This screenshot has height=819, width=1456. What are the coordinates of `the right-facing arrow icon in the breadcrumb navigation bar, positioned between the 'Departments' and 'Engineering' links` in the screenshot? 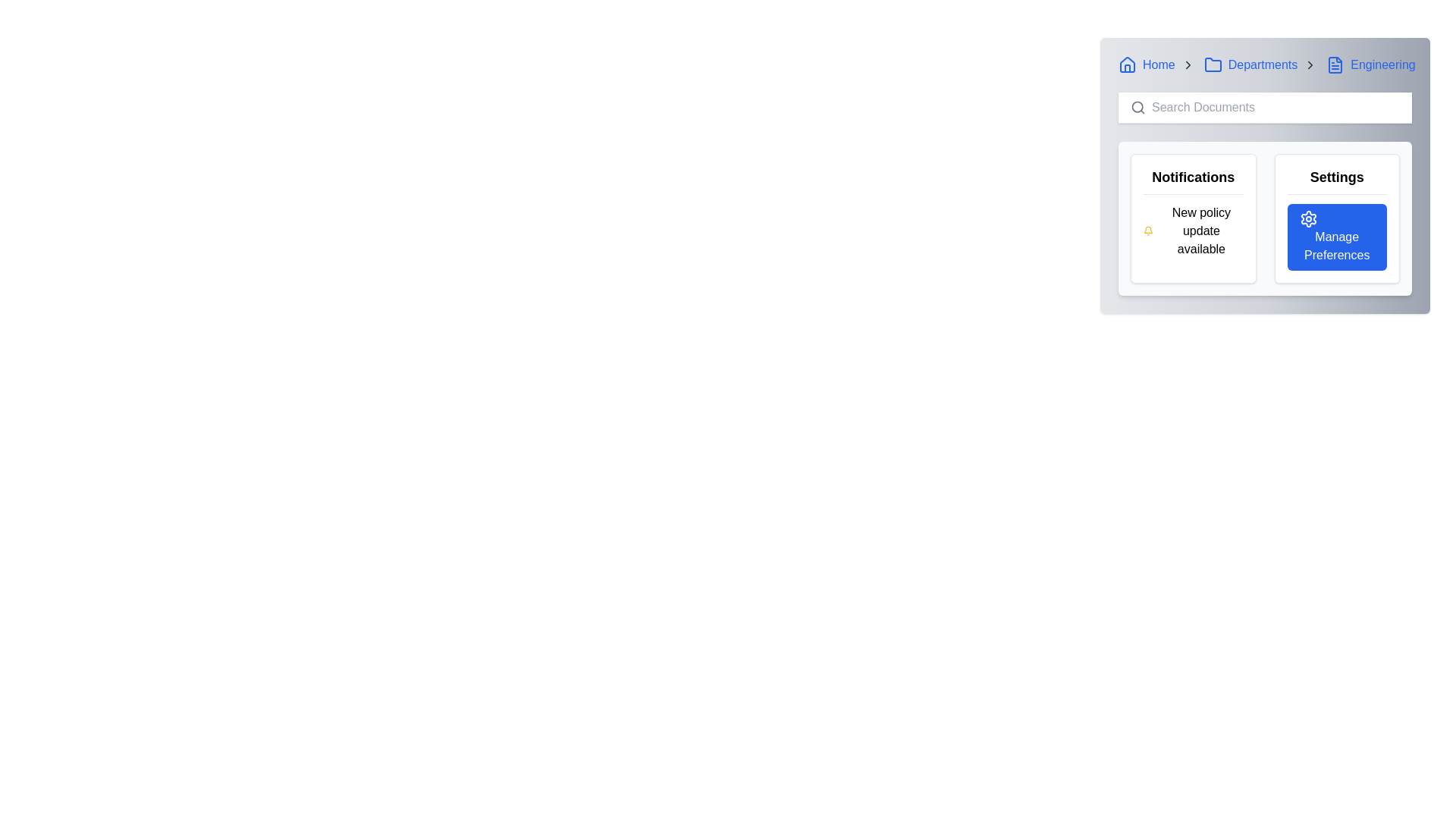 It's located at (1310, 64).